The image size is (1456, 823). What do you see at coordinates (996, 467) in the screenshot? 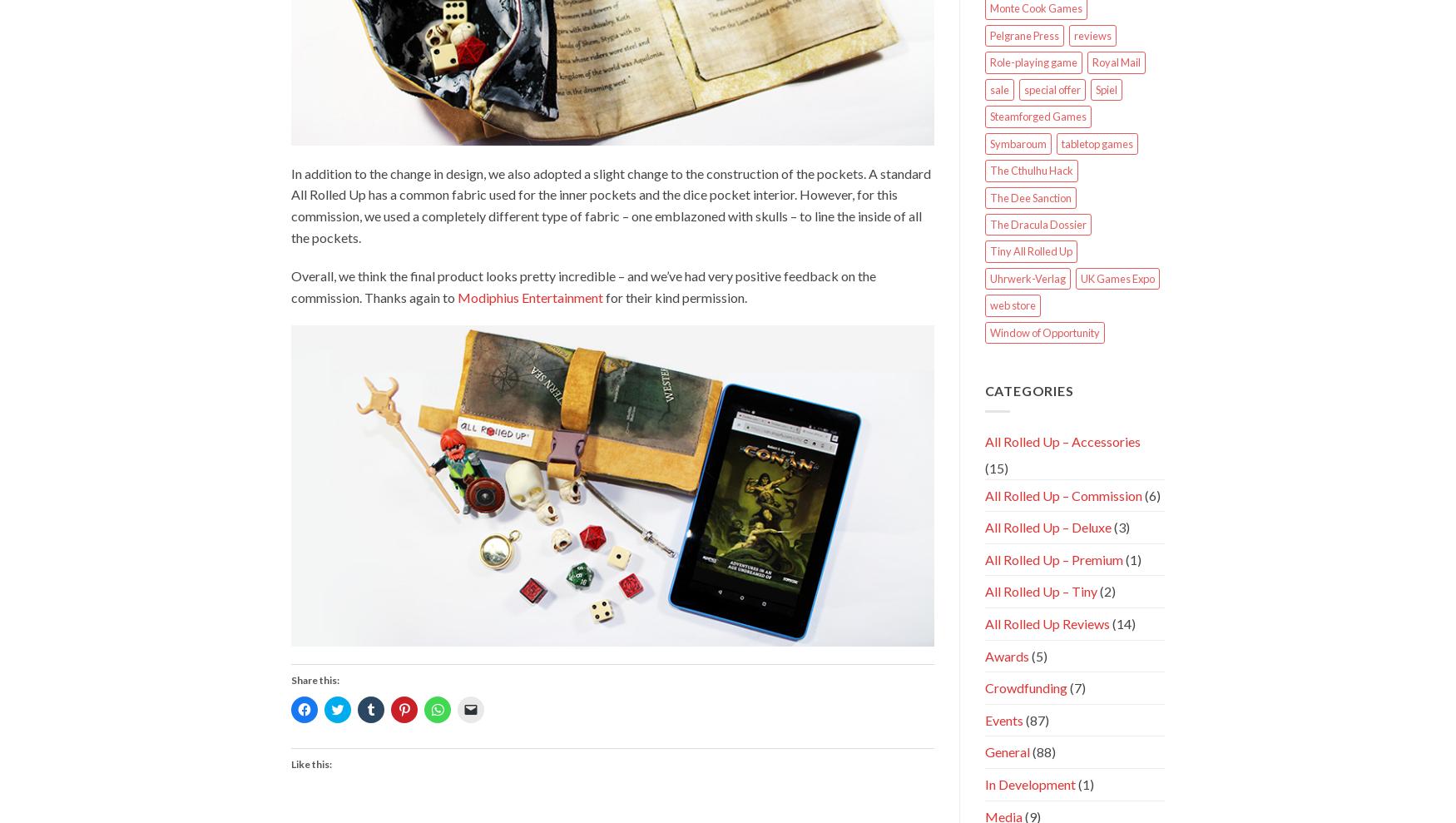
I see `'(15)'` at bounding box center [996, 467].